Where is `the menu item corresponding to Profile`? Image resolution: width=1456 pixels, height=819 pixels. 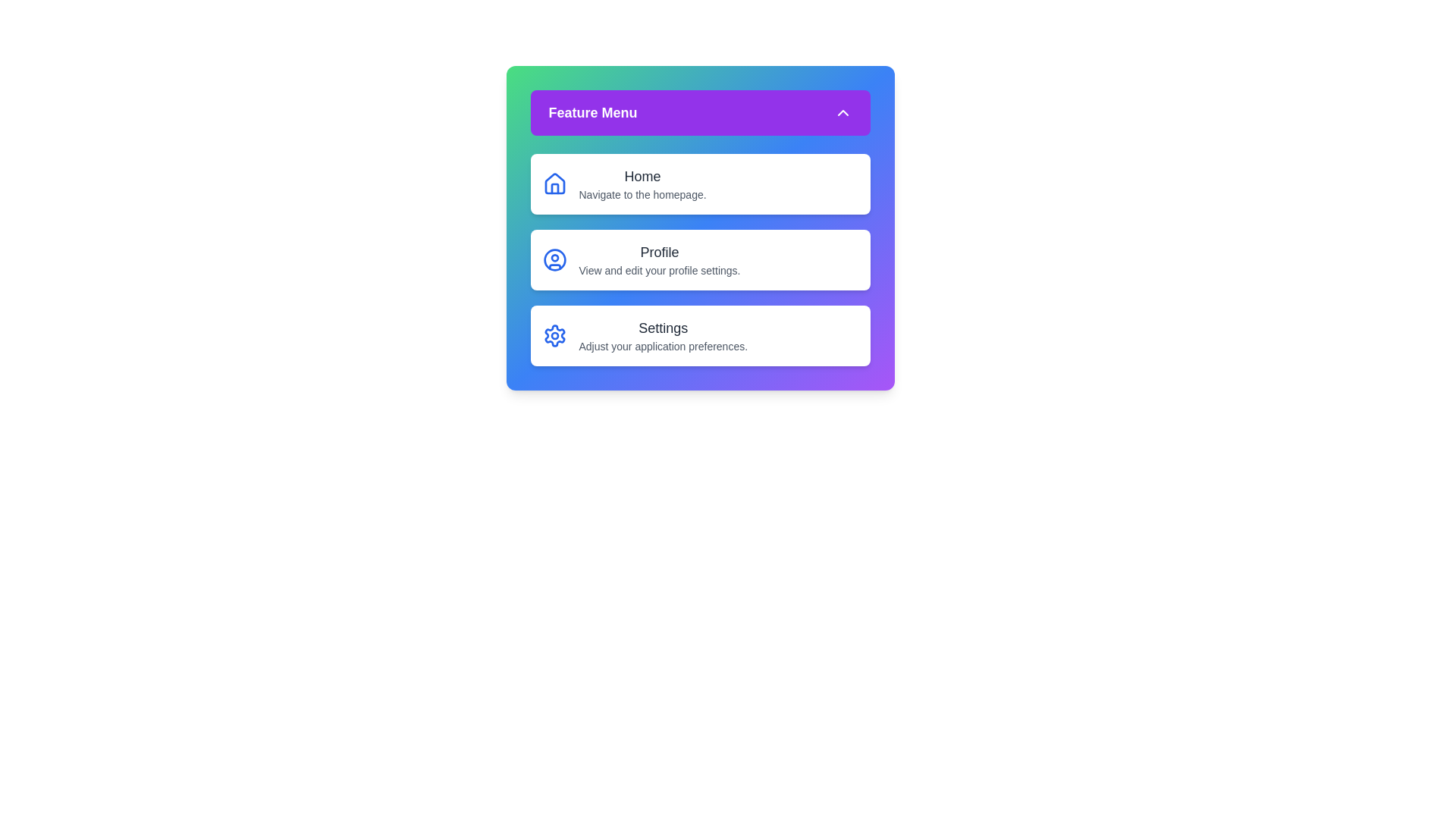
the menu item corresponding to Profile is located at coordinates (699, 259).